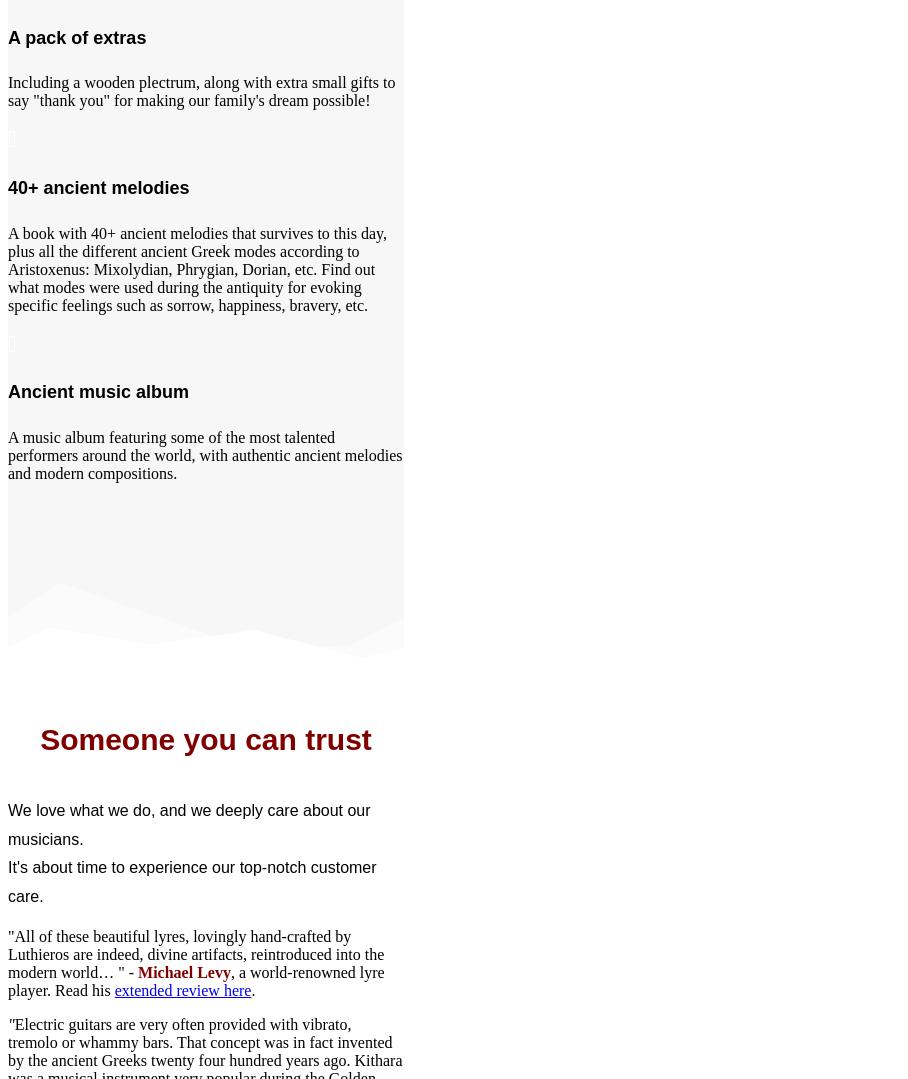 This screenshot has height=1079, width=908. I want to click on 'A book with 40+ ancient melodies that survives to this day, plus all the different ancient Greek modes according to Aristoxenus: Mixolydian, Phrygian, Dorian, etc. Find out what modes were used during the antiquity for evoking specific feelings such as sorrow, happiness, bravery, etc.', so click(6, 268).